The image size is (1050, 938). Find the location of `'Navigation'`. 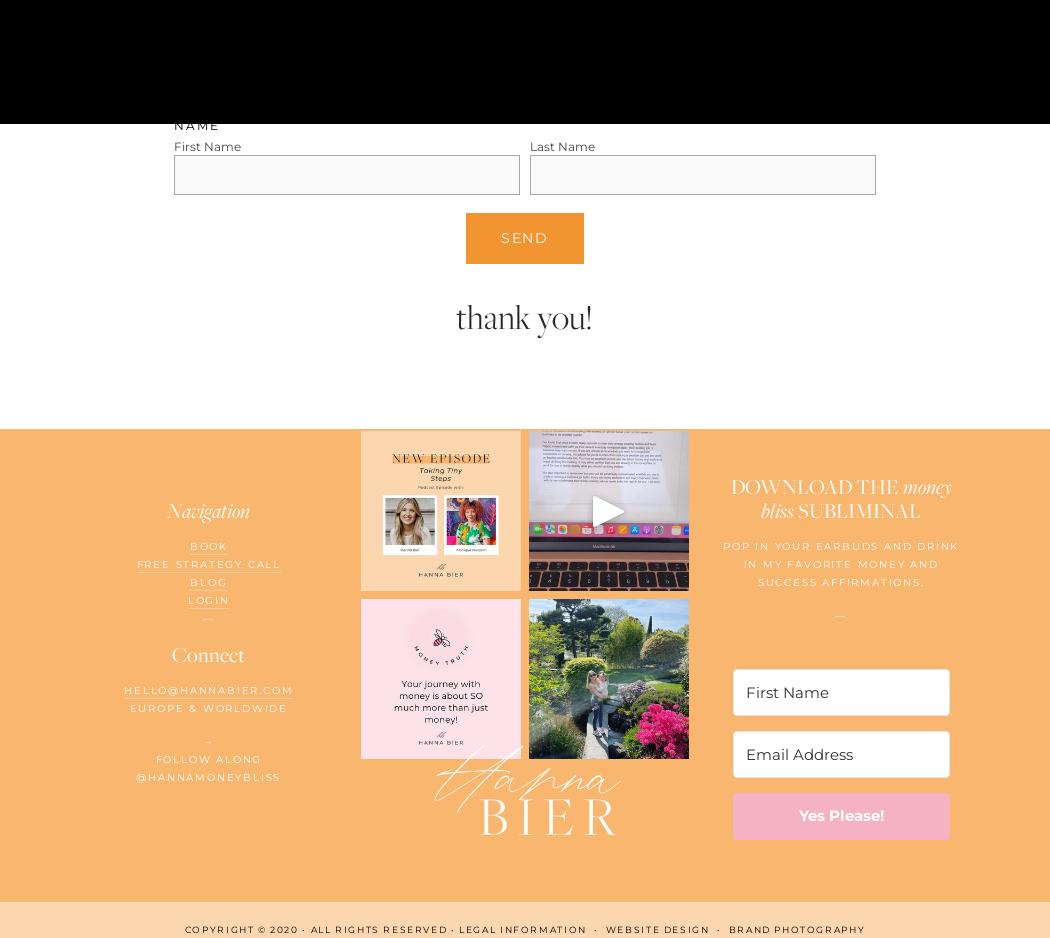

'Navigation' is located at coordinates (207, 508).